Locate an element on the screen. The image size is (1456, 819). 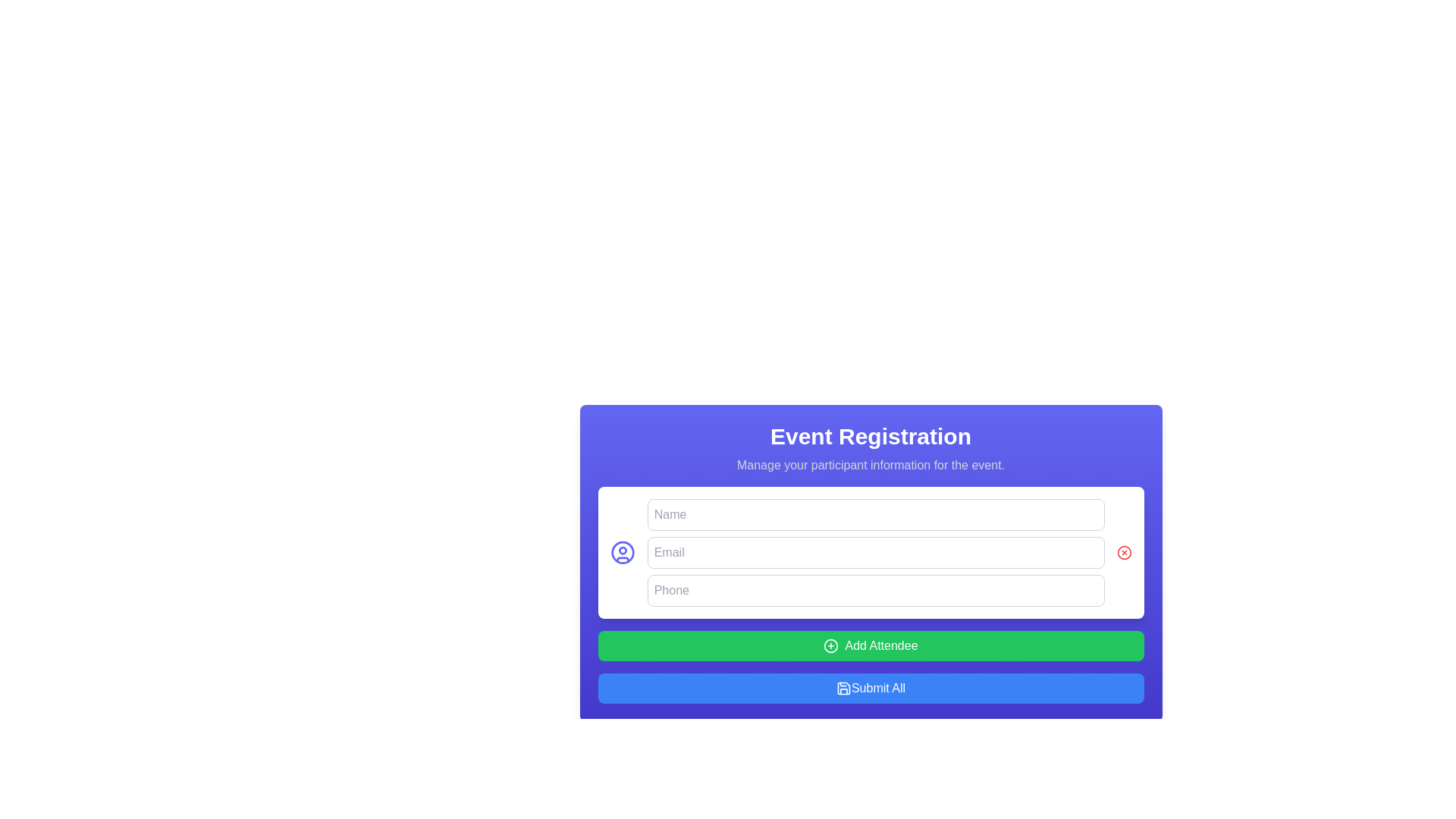
the circular graphic element of the close button icon located on the far right side of the input fields in the event form is located at coordinates (1124, 553).